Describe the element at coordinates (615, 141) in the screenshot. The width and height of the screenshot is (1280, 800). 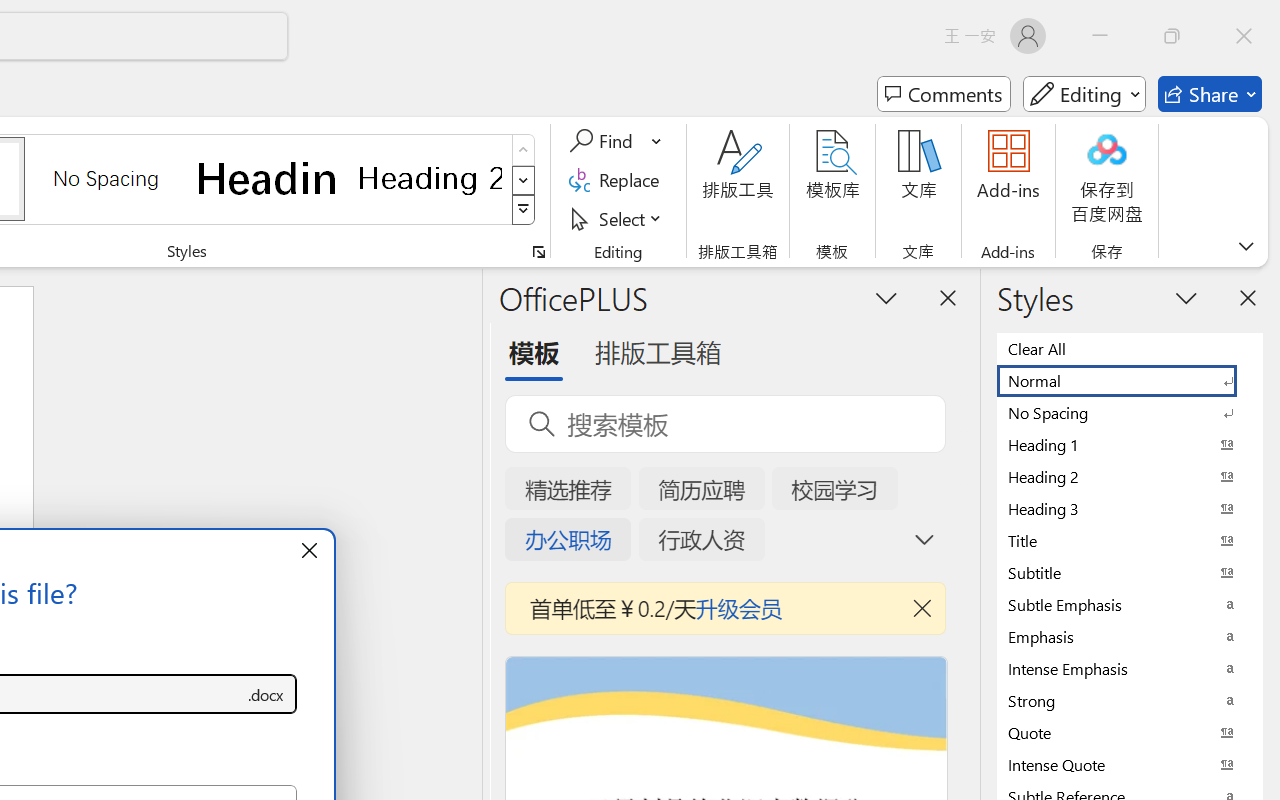
I see `'Find'` at that location.